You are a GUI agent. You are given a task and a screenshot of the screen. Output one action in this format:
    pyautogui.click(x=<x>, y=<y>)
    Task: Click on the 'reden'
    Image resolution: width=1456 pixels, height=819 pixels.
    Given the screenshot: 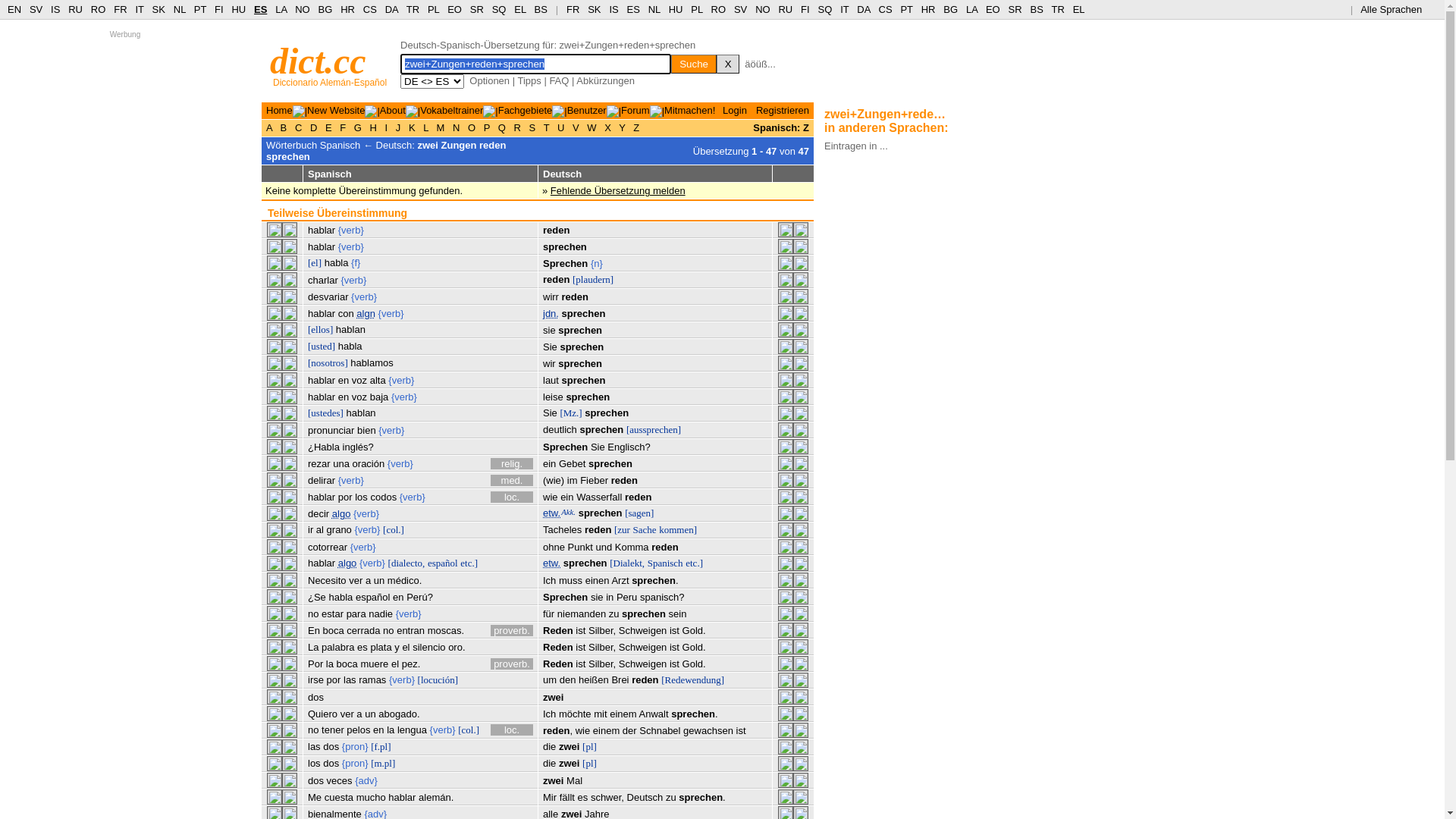 What is the action you would take?
    pyautogui.click(x=555, y=279)
    